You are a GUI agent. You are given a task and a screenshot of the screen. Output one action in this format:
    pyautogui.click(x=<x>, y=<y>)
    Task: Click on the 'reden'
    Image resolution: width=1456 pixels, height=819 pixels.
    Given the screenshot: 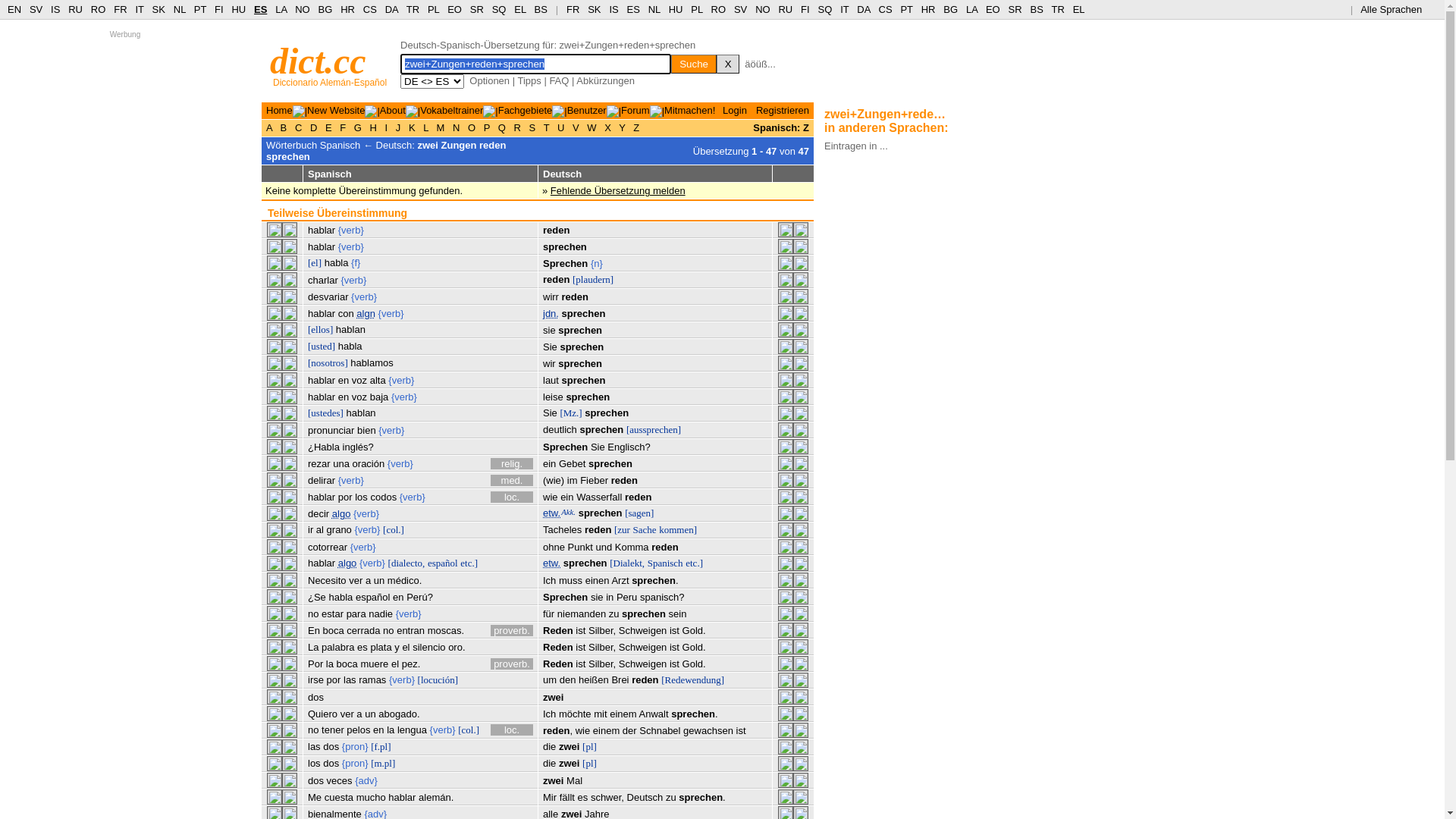 What is the action you would take?
    pyautogui.click(x=555, y=279)
    